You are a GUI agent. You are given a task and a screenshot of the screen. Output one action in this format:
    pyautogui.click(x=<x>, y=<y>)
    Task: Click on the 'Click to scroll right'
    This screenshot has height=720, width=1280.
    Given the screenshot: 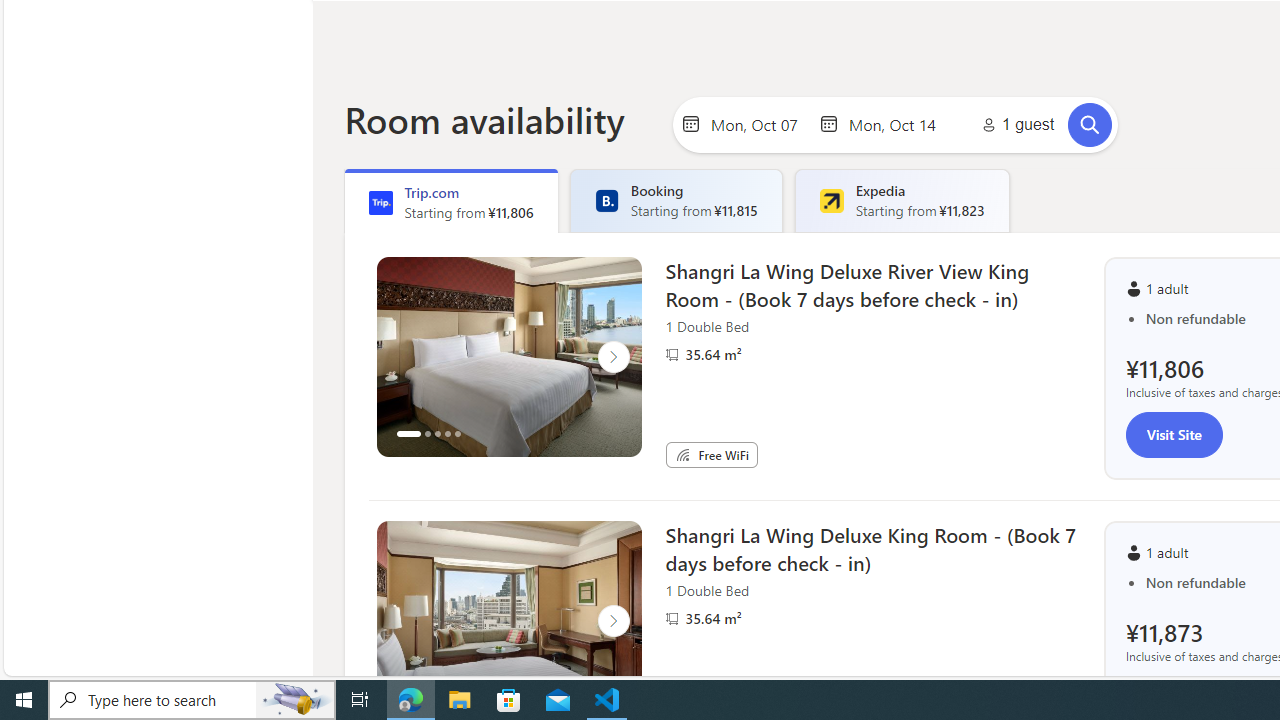 What is the action you would take?
    pyautogui.click(x=612, y=620)
    